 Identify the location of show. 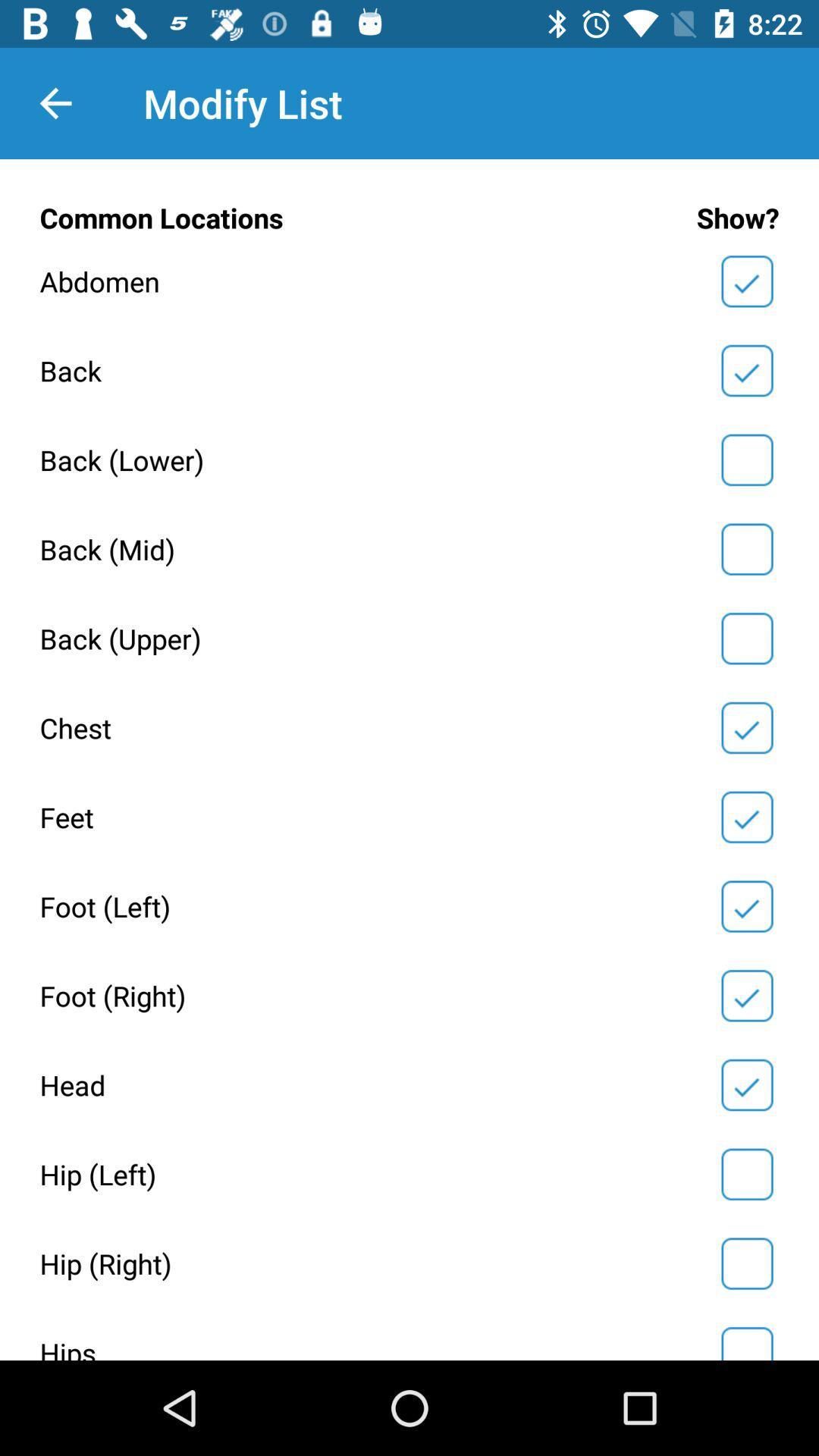
(746, 548).